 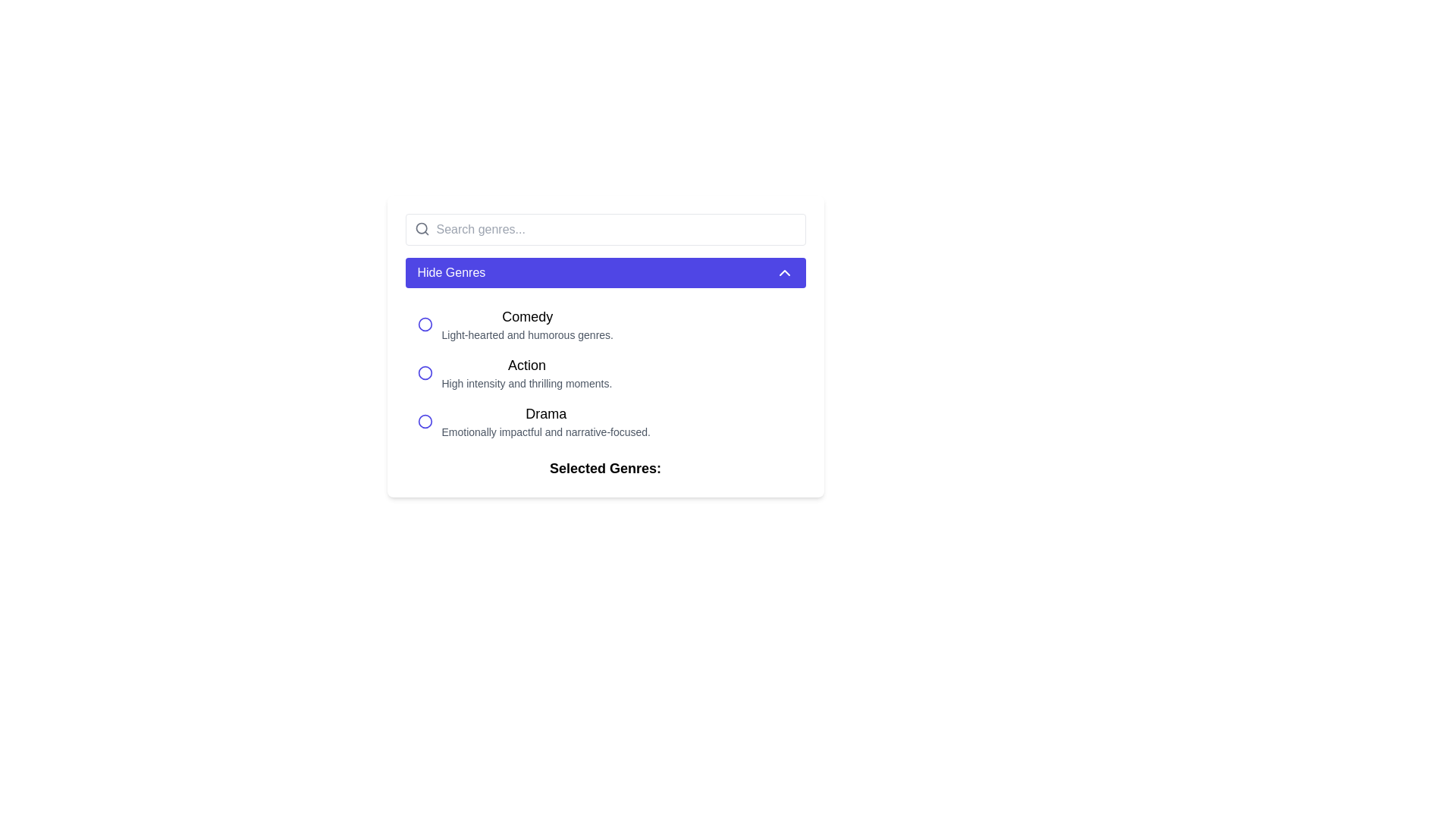 What do you see at coordinates (421, 228) in the screenshot?
I see `the decorative SVG circle inside the lens of the magnifying glass icon, which enhances the visual representation of a search tool` at bounding box center [421, 228].